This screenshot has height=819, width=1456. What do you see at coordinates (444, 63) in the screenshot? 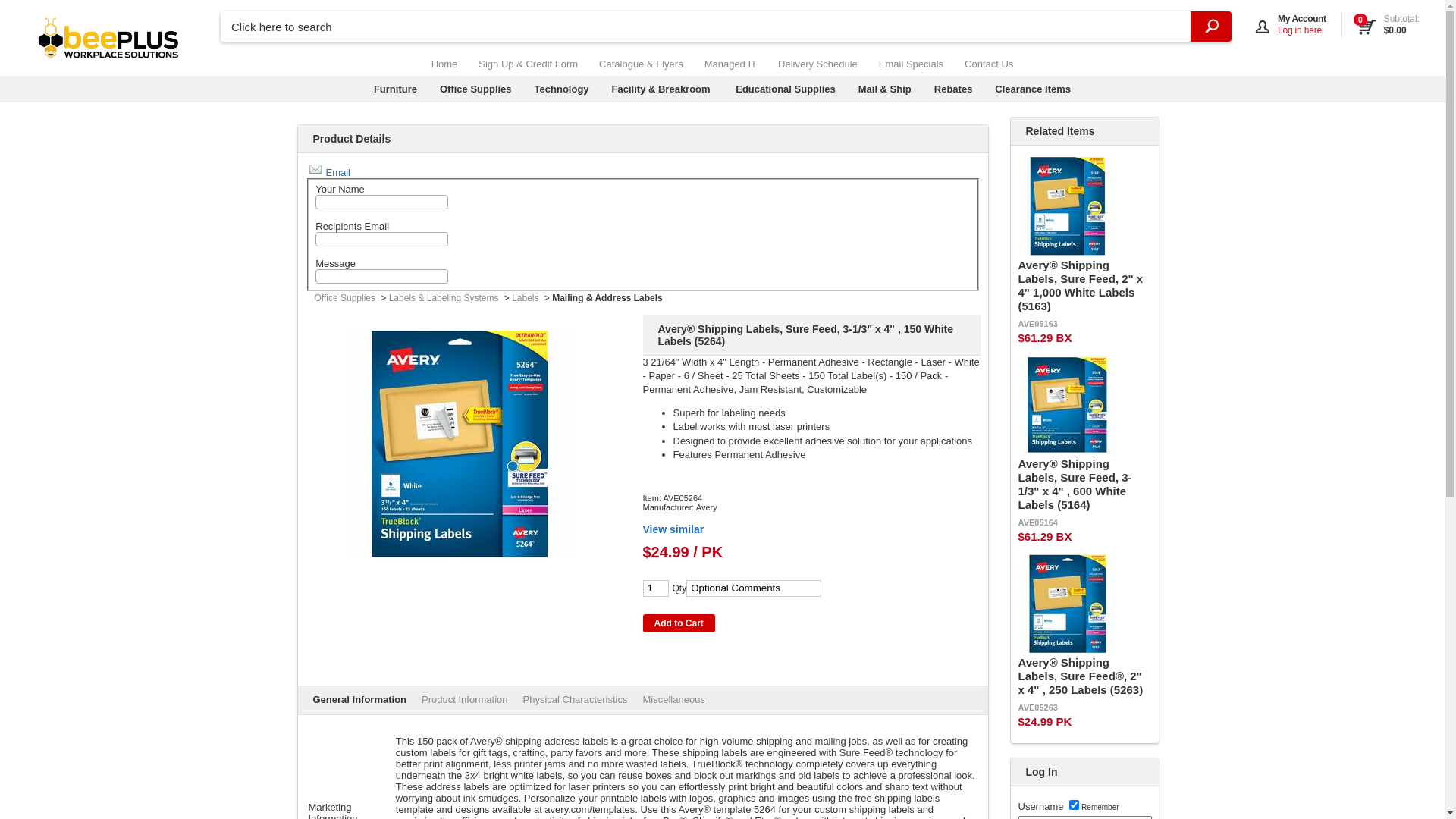
I see `'Home'` at bounding box center [444, 63].